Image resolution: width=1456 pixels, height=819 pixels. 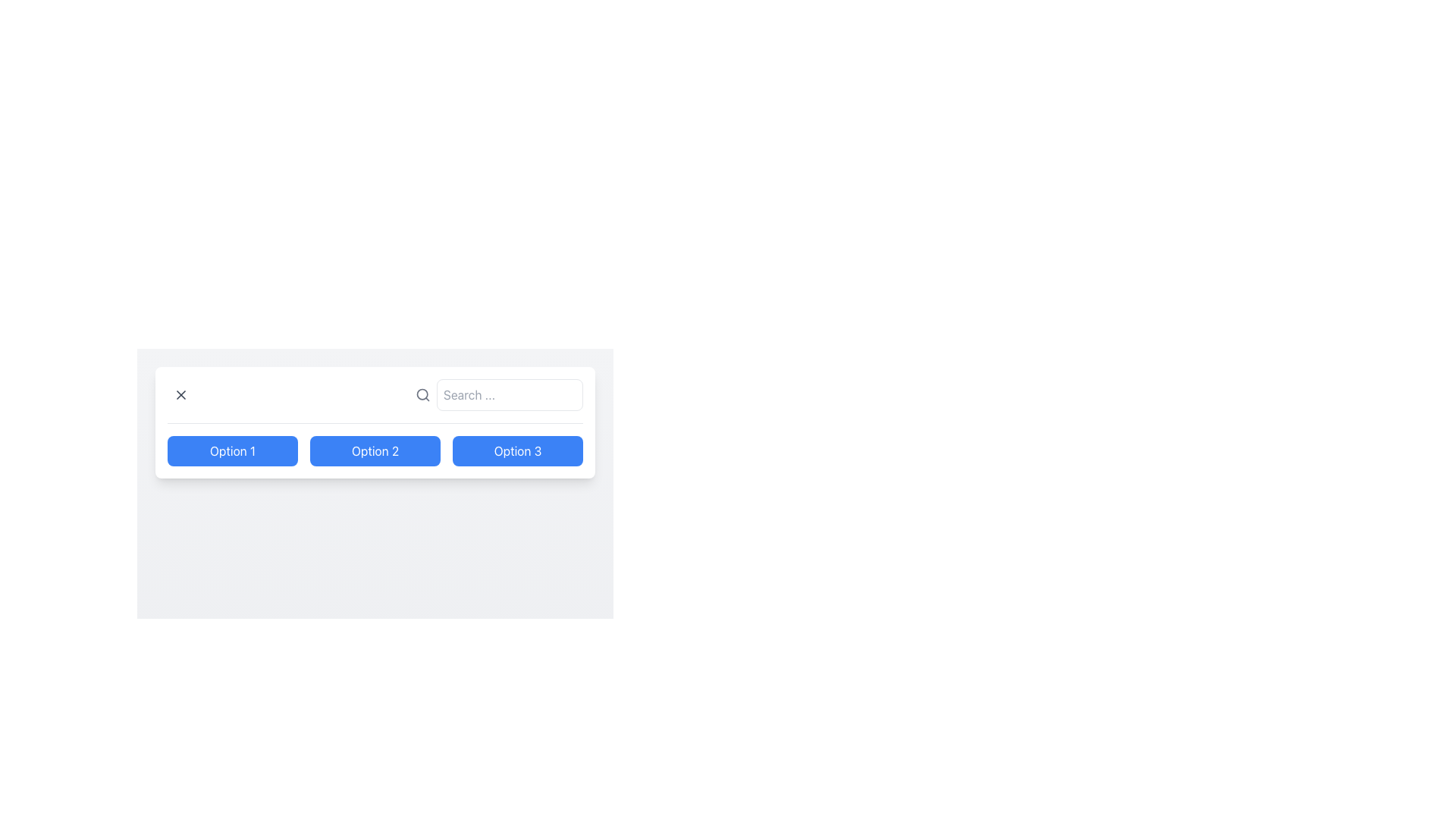 What do you see at coordinates (517, 450) in the screenshot?
I see `the button labeled 'Option 3' which has a light blue background and white text, positioned as the last button in a row of three similar buttons` at bounding box center [517, 450].